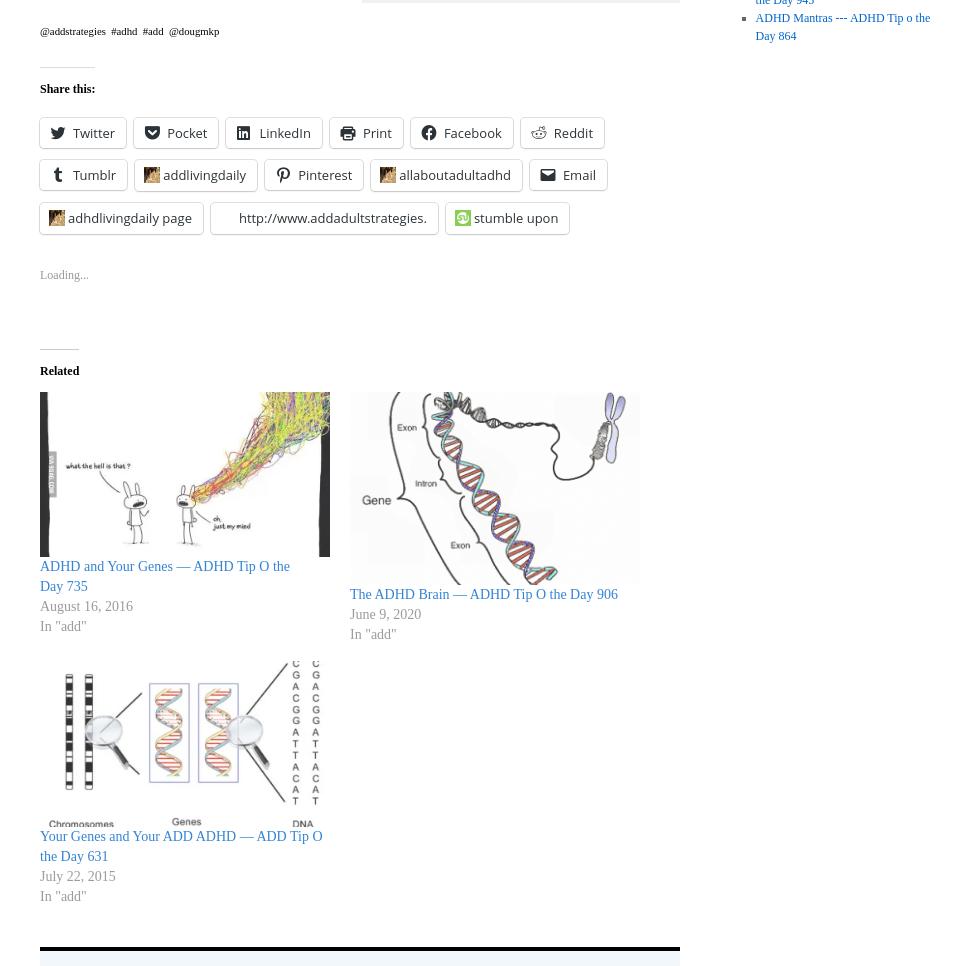 The image size is (980, 966). I want to click on 'Email', so click(562, 172).